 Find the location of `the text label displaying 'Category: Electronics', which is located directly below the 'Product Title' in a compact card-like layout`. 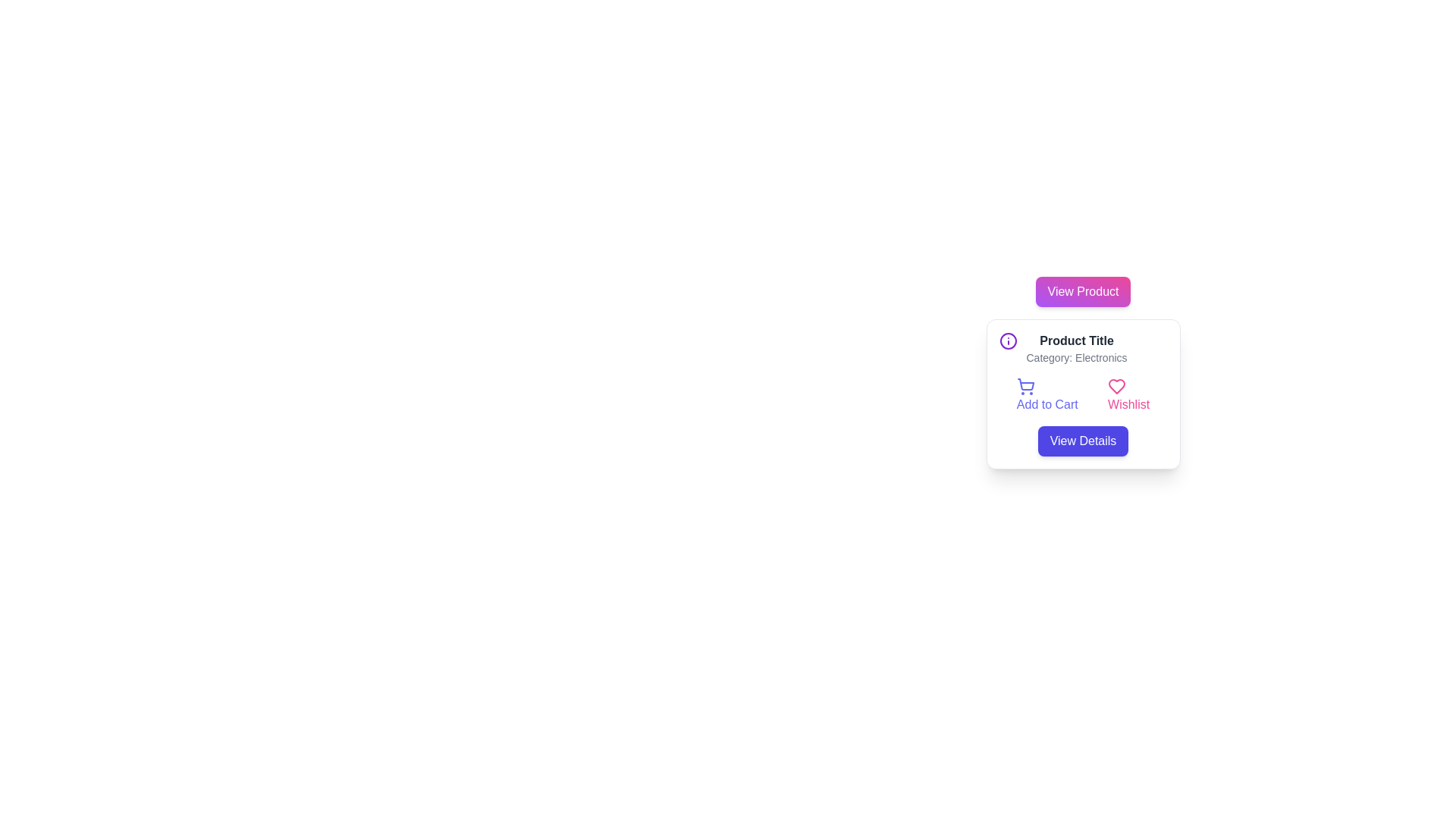

the text label displaying 'Category: Electronics', which is located directly below the 'Product Title' in a compact card-like layout is located at coordinates (1076, 357).